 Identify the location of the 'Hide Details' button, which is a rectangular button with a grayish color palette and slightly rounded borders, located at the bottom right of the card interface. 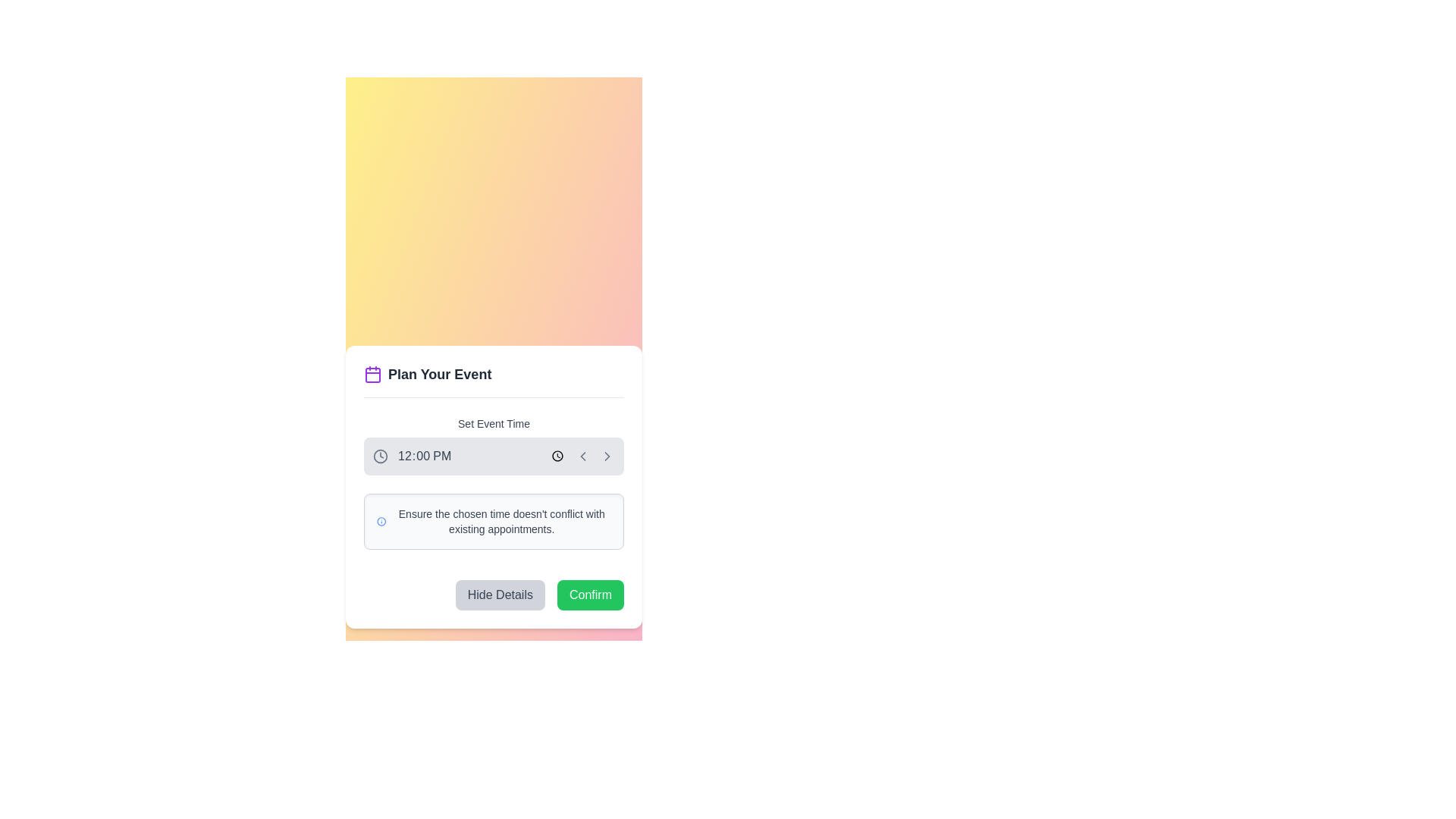
(500, 594).